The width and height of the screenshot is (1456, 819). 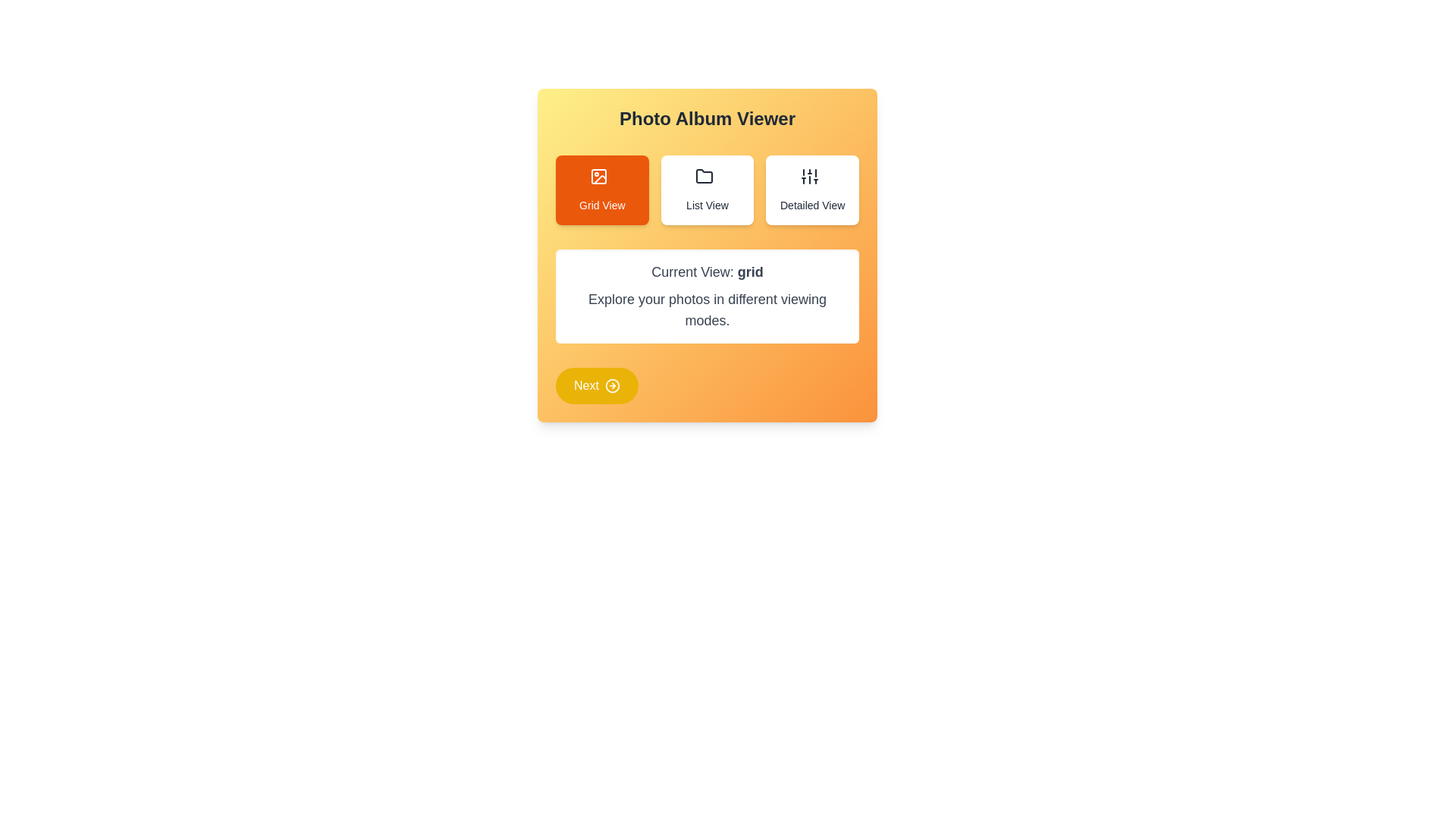 What do you see at coordinates (704, 175) in the screenshot?
I see `the 'List View' icon button, which is the second icon in a group of three icons in the photo album viewer interface` at bounding box center [704, 175].